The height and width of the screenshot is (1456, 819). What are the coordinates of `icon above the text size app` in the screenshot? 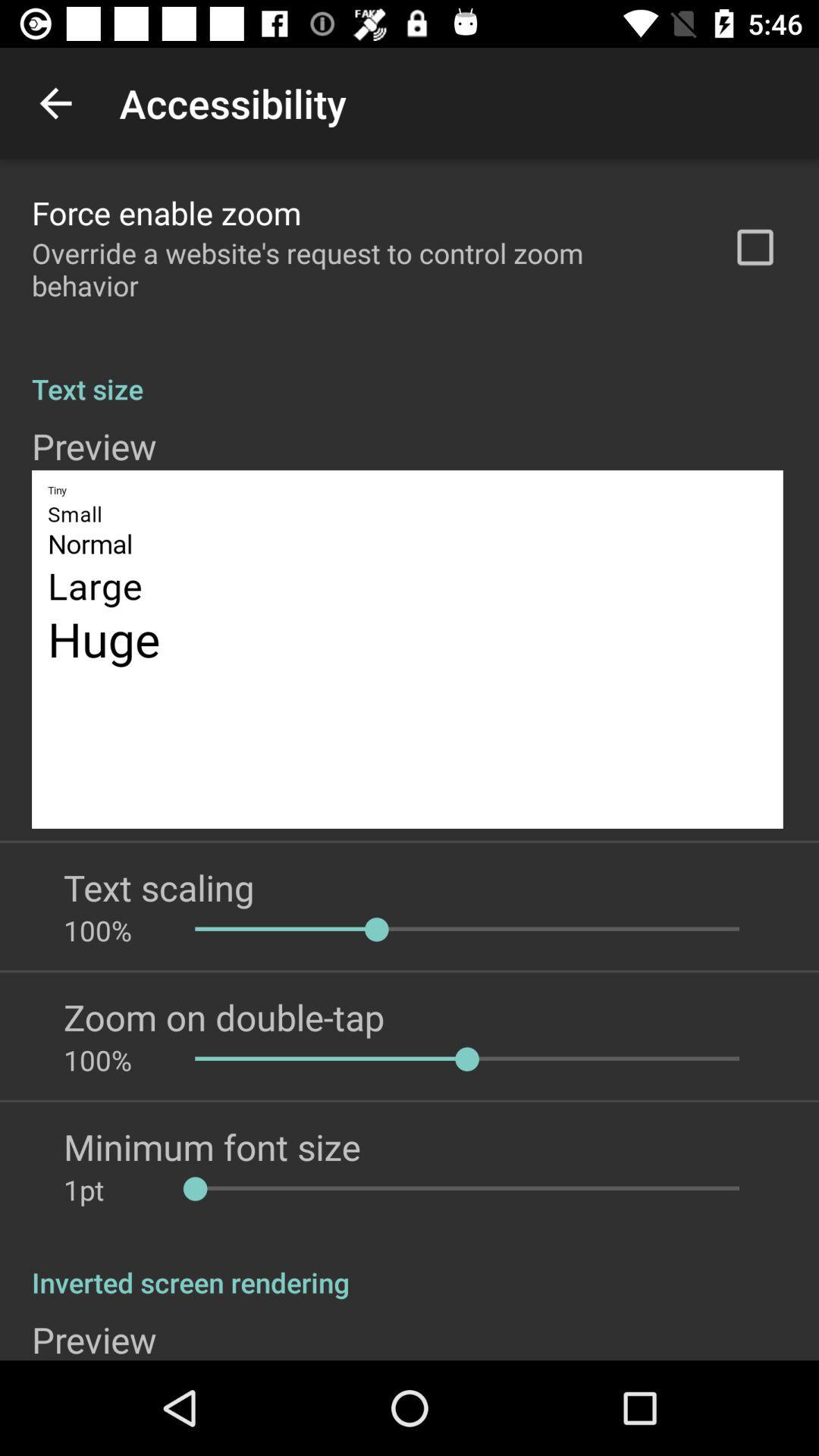 It's located at (362, 269).